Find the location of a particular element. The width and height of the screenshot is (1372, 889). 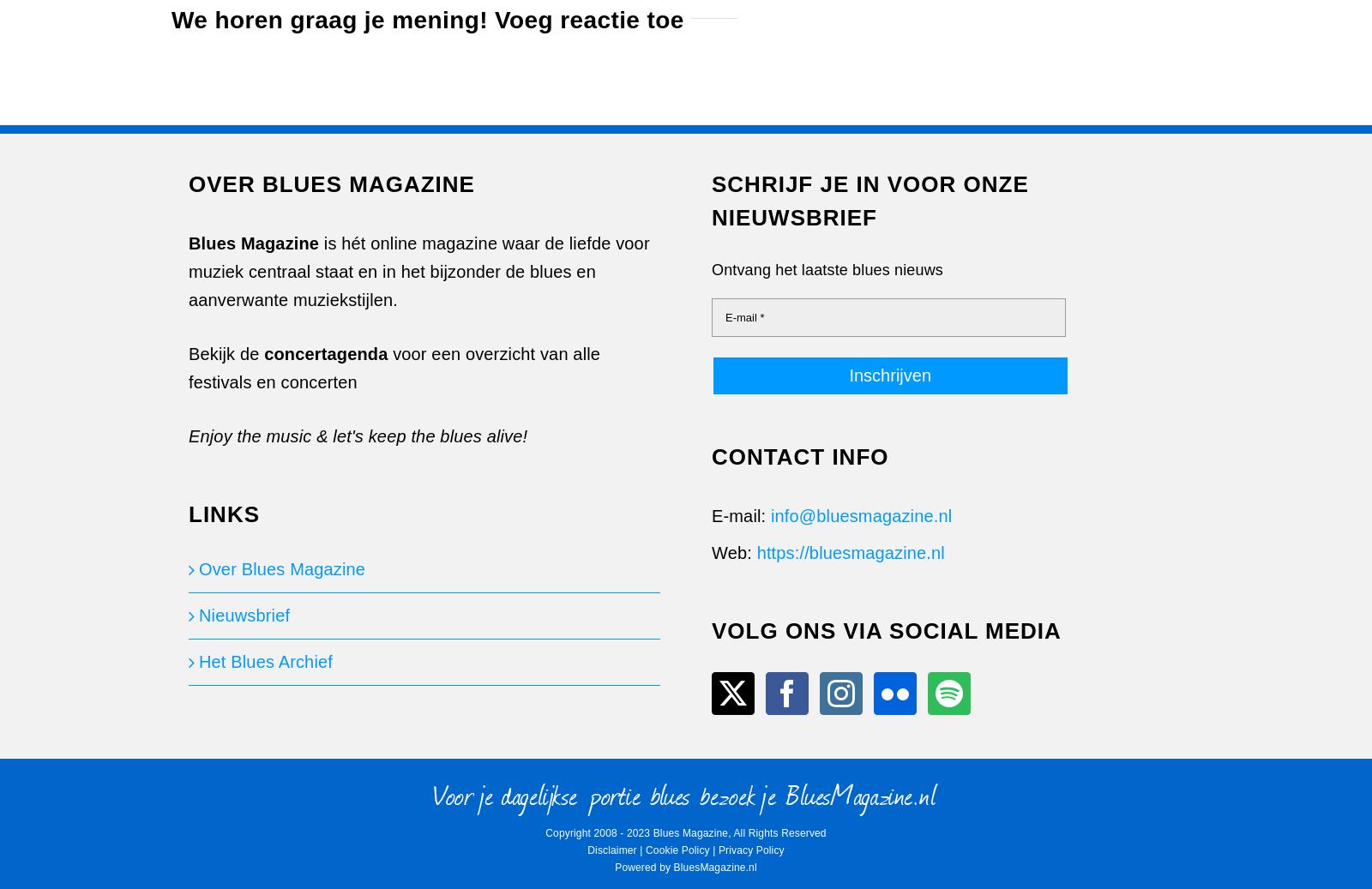

'is hét online magazine waar de liefde voor muziek centraal staat en in het bijzonder de blues en aanverwante muziekstijlen.' is located at coordinates (418, 271).